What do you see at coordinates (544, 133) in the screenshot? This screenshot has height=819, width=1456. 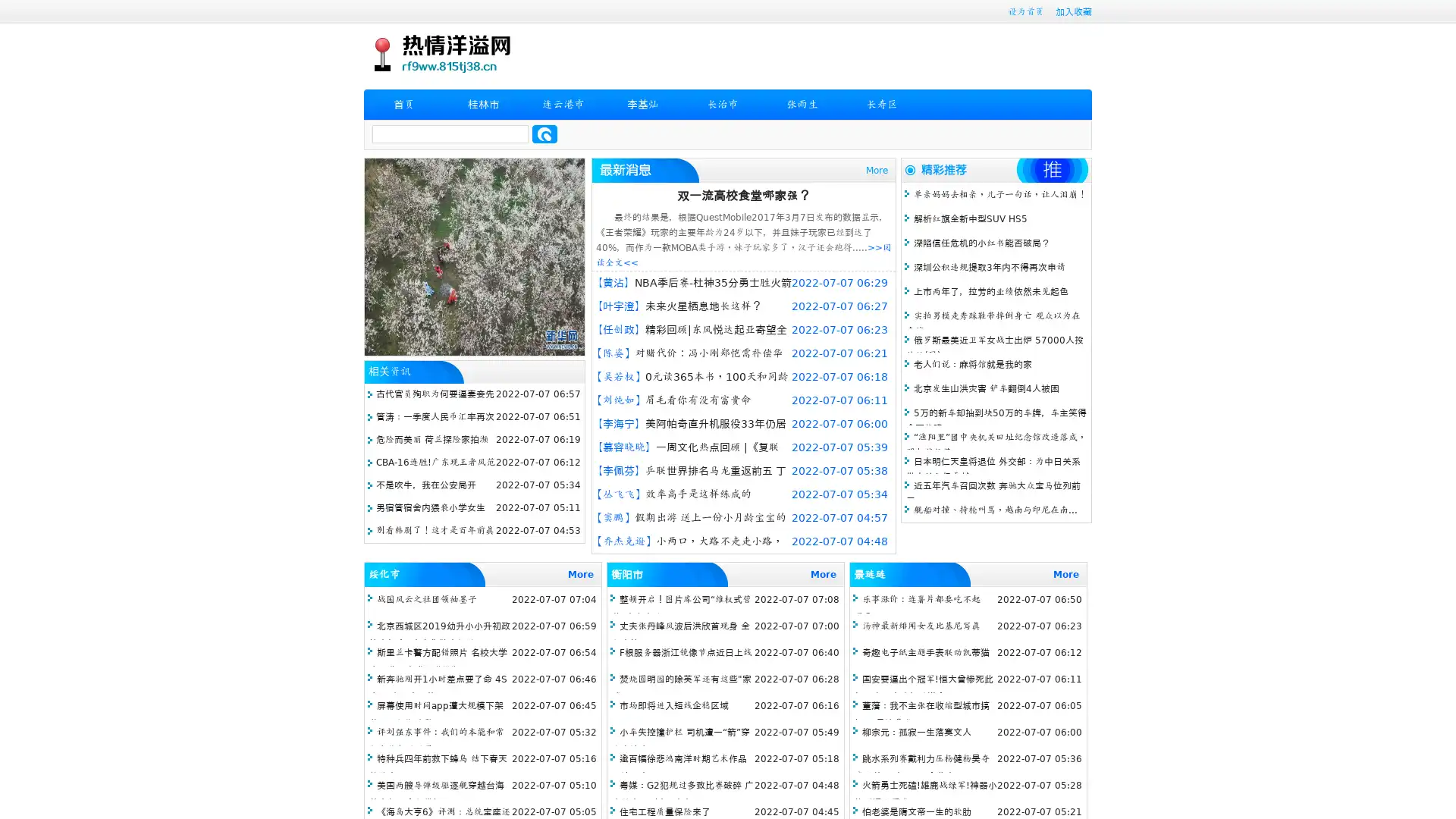 I see `Search` at bounding box center [544, 133].